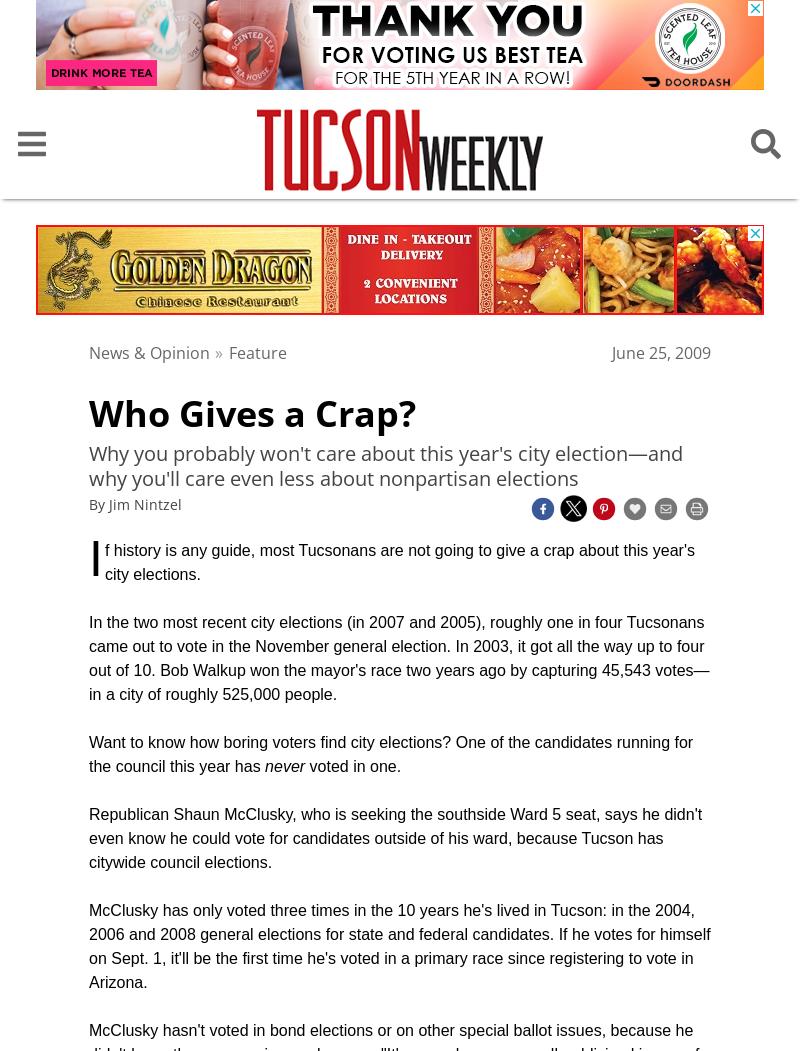  I want to click on 'Jim Nintzel', so click(145, 503).